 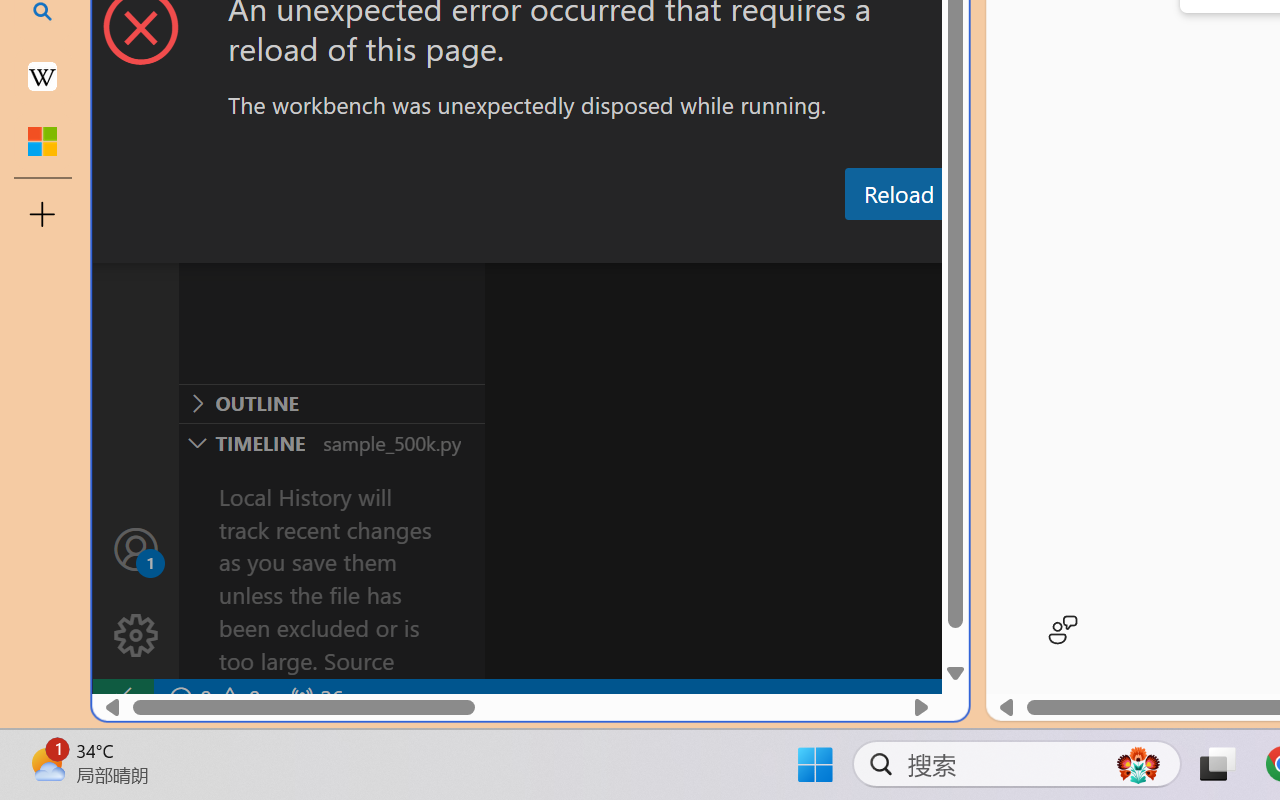 What do you see at coordinates (897, 192) in the screenshot?
I see `'Reload'` at bounding box center [897, 192].